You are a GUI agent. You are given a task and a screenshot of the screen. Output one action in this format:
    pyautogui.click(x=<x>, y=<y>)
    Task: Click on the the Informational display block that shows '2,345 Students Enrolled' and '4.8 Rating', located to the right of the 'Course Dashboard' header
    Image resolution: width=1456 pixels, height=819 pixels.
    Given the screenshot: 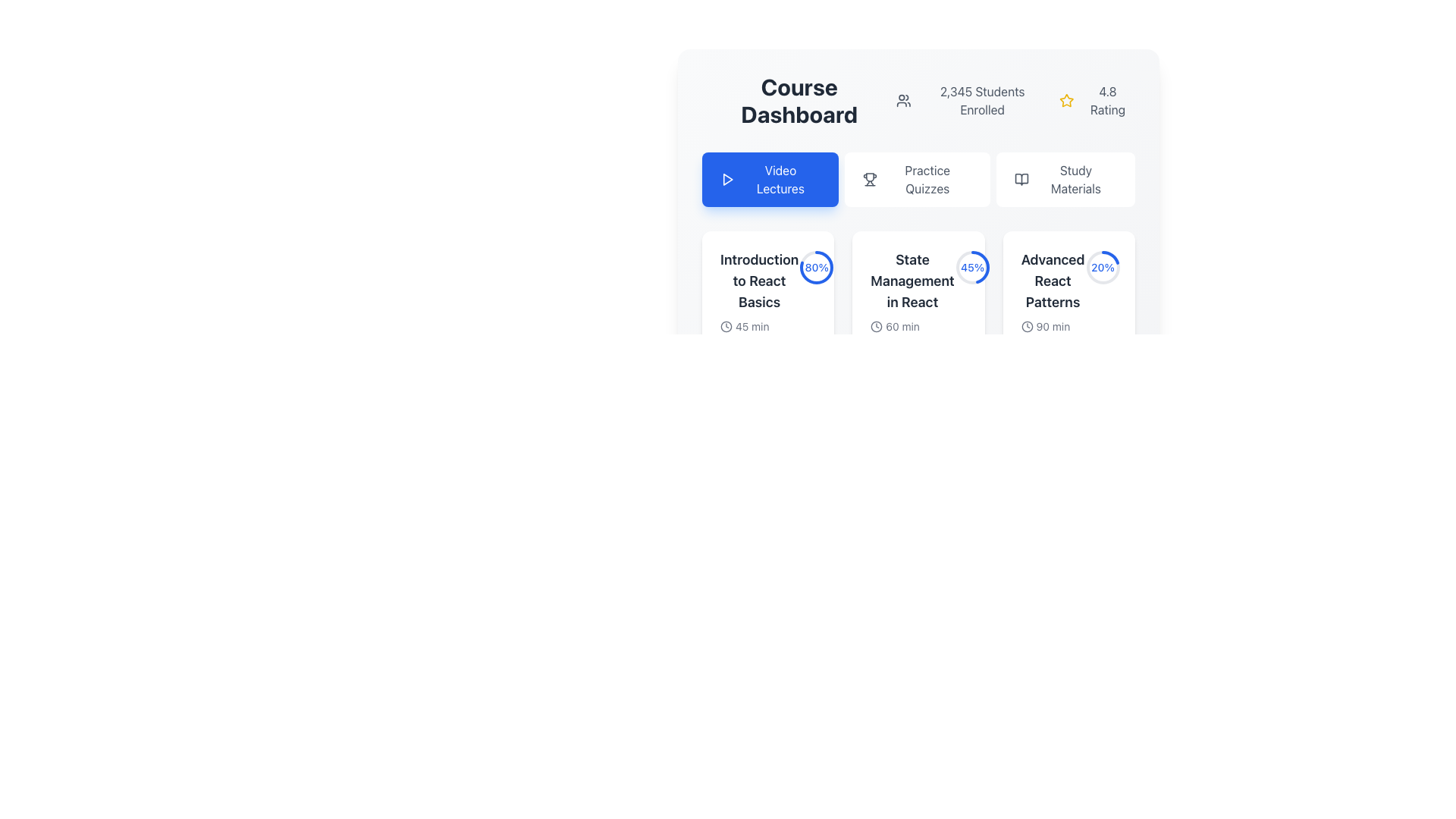 What is the action you would take?
    pyautogui.click(x=1015, y=100)
    